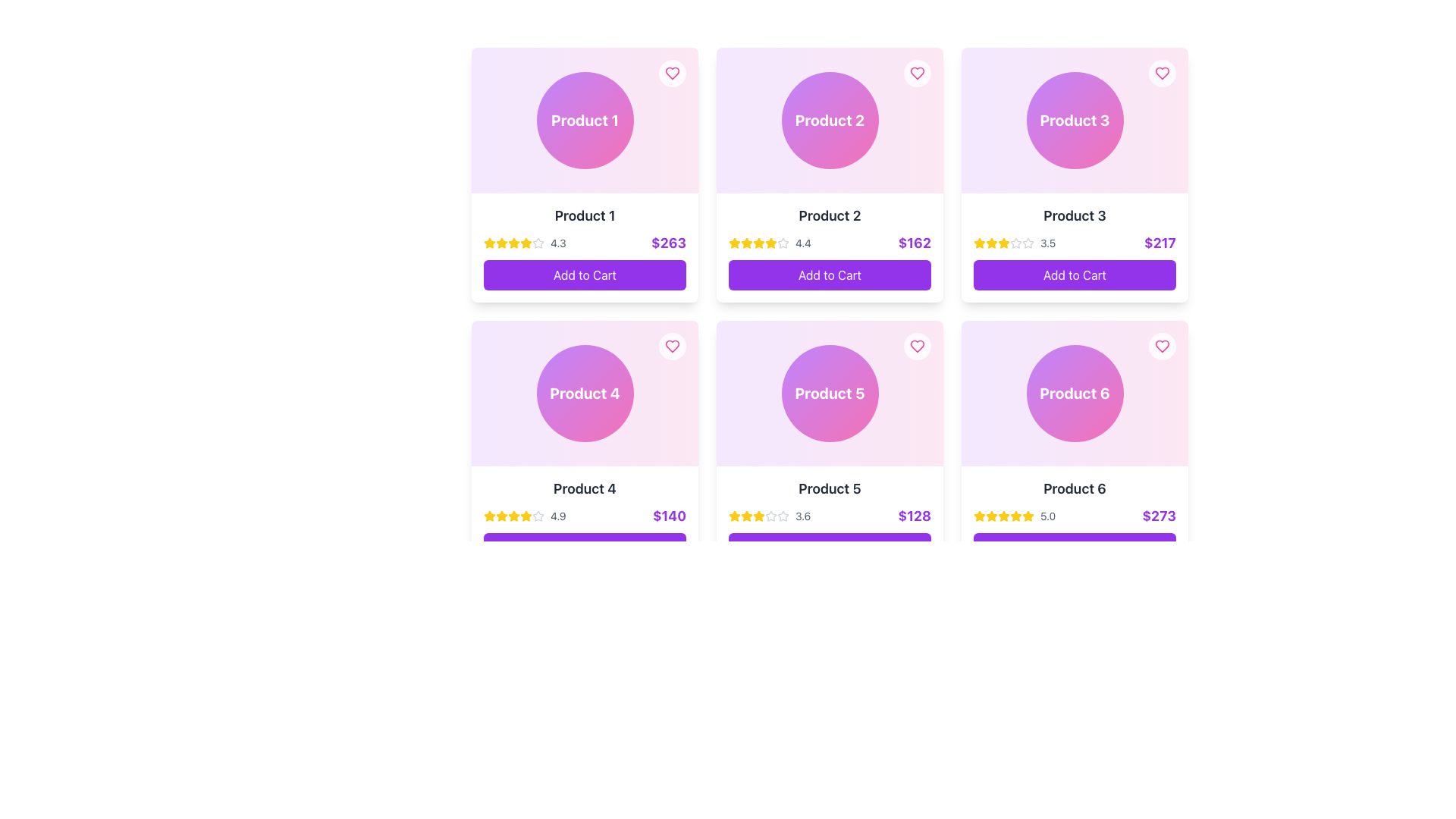 This screenshot has width=1456, height=819. I want to click on the second star icon in the rating component of the third product card from the top-left, located under the 'Product 3' label, so click(1015, 242).